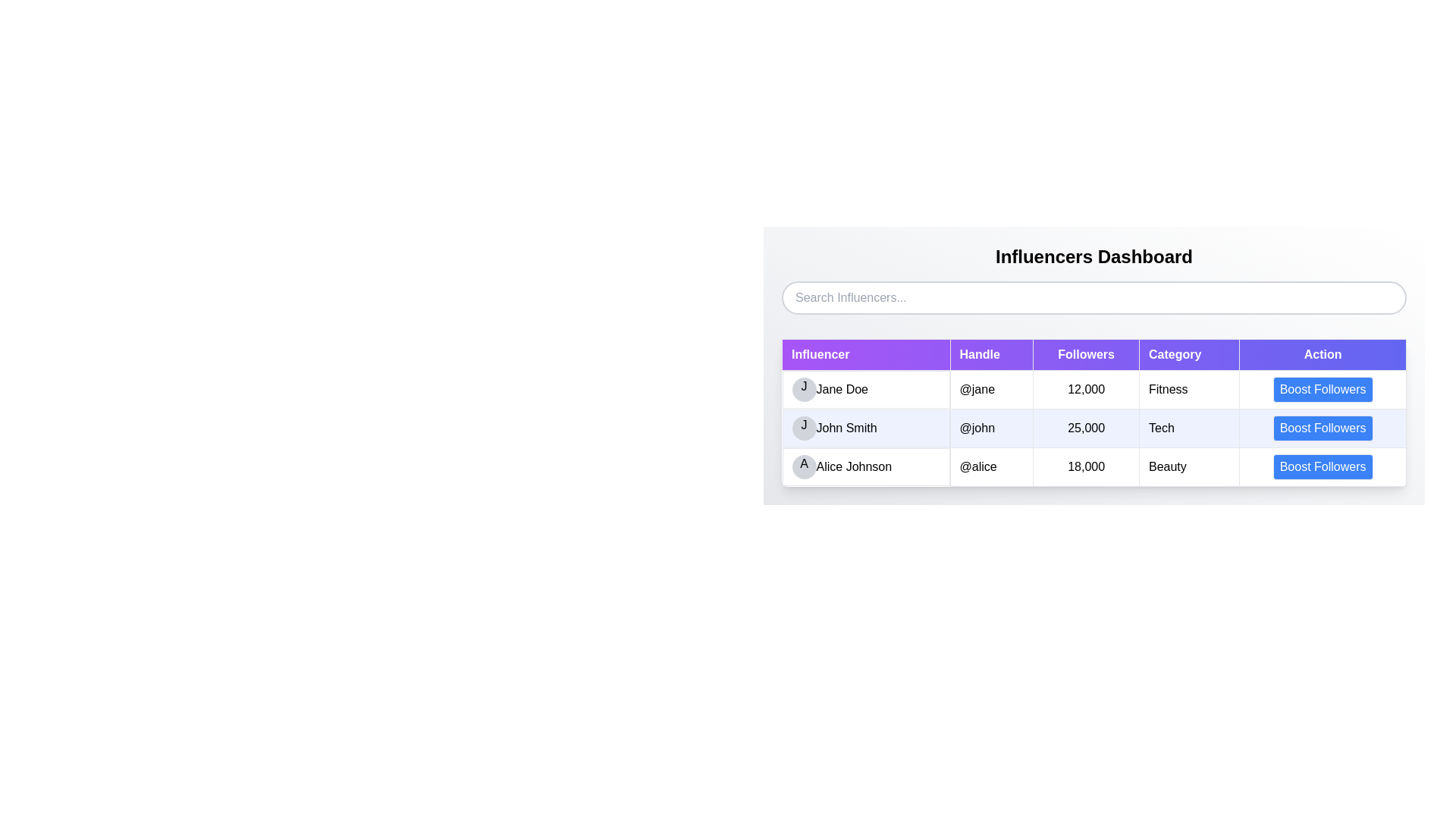  What do you see at coordinates (1321, 466) in the screenshot?
I see `the blue rounded button labeled 'Boost Followers' located in the last row of the 'Influencers Dashboard' table for Alice Johnson to initiate the action` at bounding box center [1321, 466].